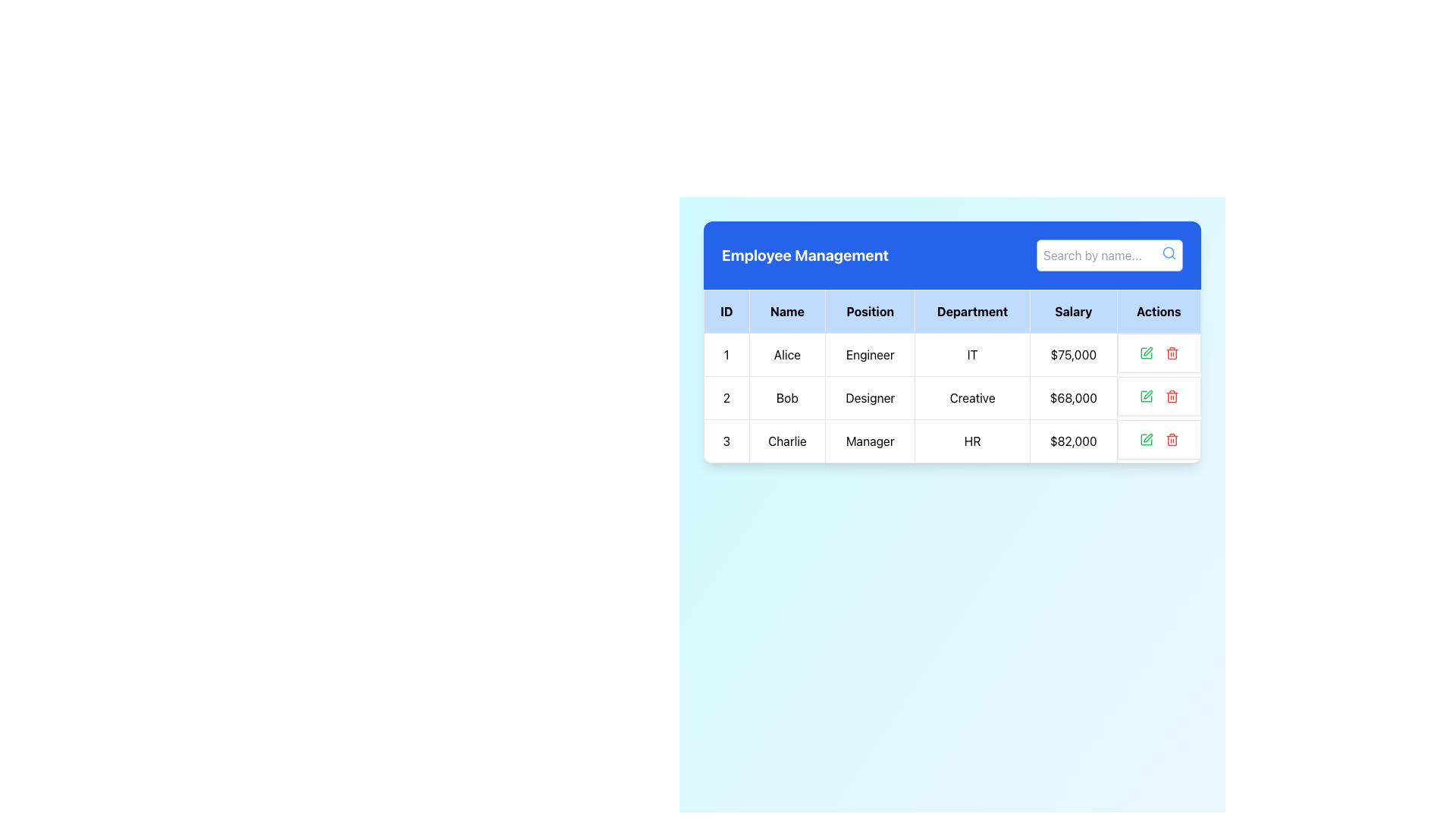 This screenshot has height=819, width=1456. I want to click on the red trash can icon button in the 'Actions' column for the 'Charlie' entry, so click(1171, 439).